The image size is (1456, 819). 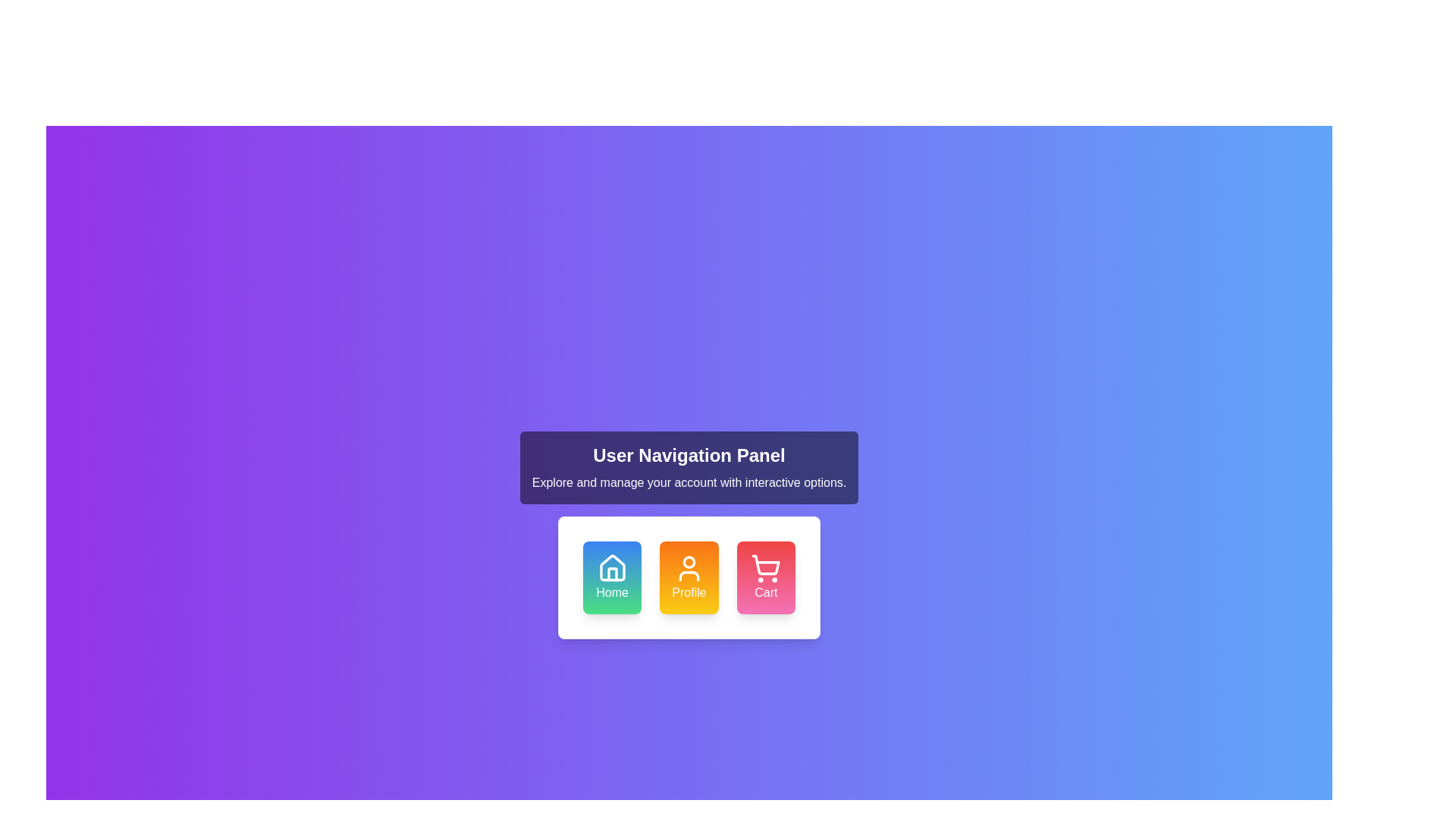 What do you see at coordinates (688, 568) in the screenshot?
I see `the circular profile icon with a yellow to orange gradient background, featuring a white line-drawn figure, located in the middle row of the 'User Navigation Panel'` at bounding box center [688, 568].